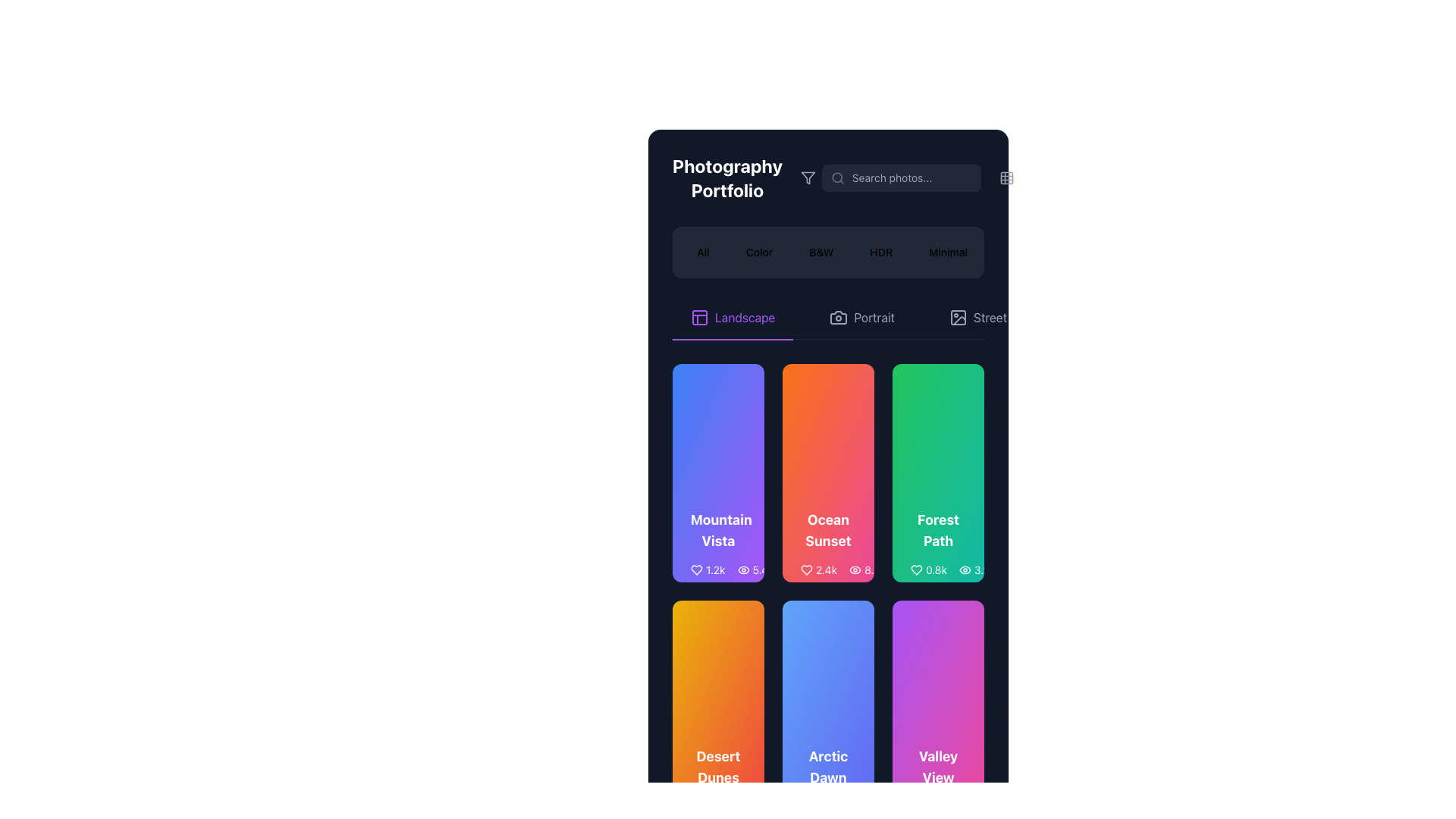 This screenshot has width=1456, height=819. Describe the element at coordinates (717, 529) in the screenshot. I see `the text label 'Mountain Vista' styled in bold white font on a vibrant purple-blue gradient background` at that location.